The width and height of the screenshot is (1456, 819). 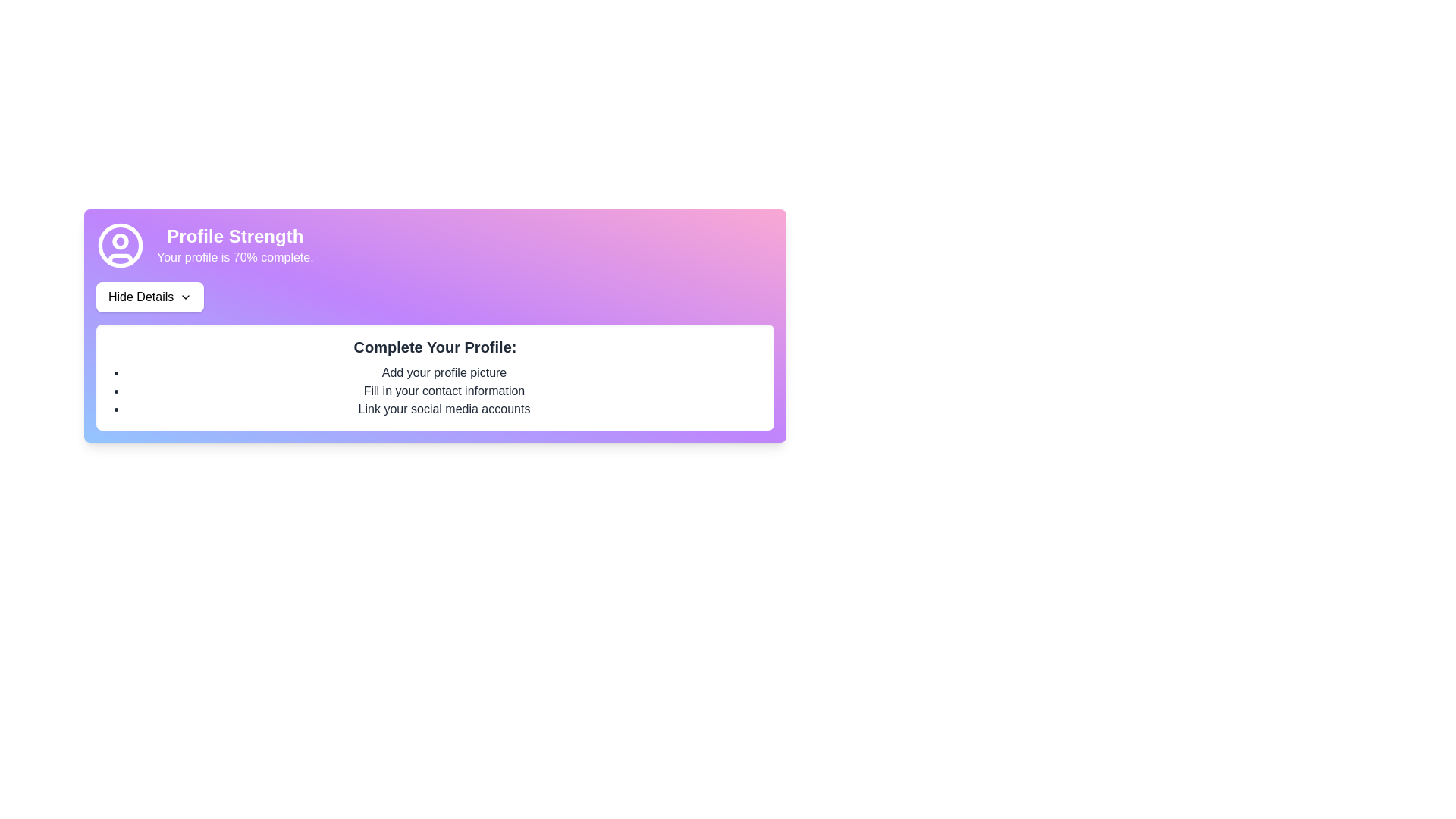 I want to click on the textual instruction for linking social media accounts, which is the third item in the bulleted checklist under 'Complete Your Profile:', so click(x=443, y=409).